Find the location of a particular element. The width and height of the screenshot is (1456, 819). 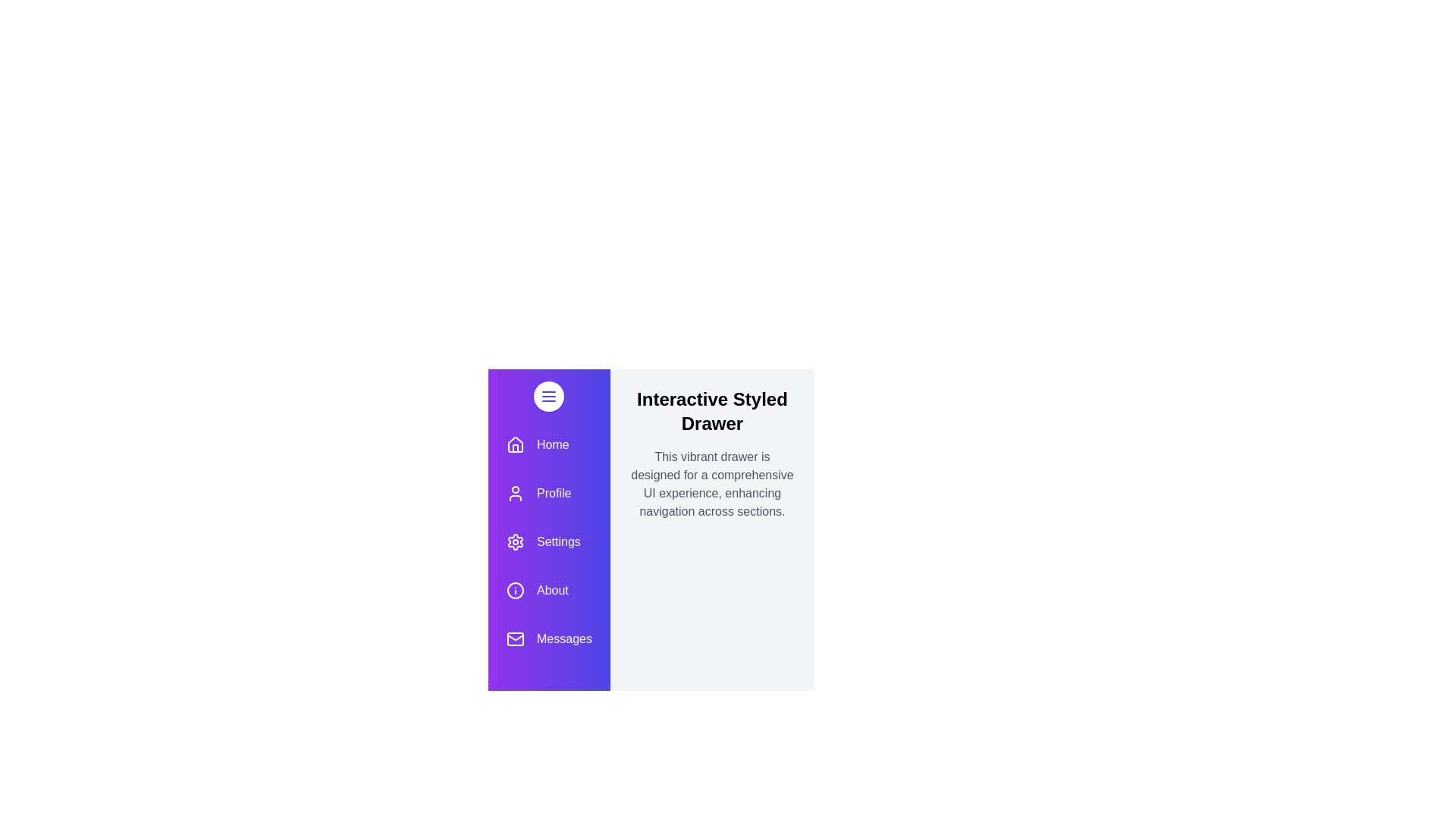

the menu item labeled About is located at coordinates (548, 590).